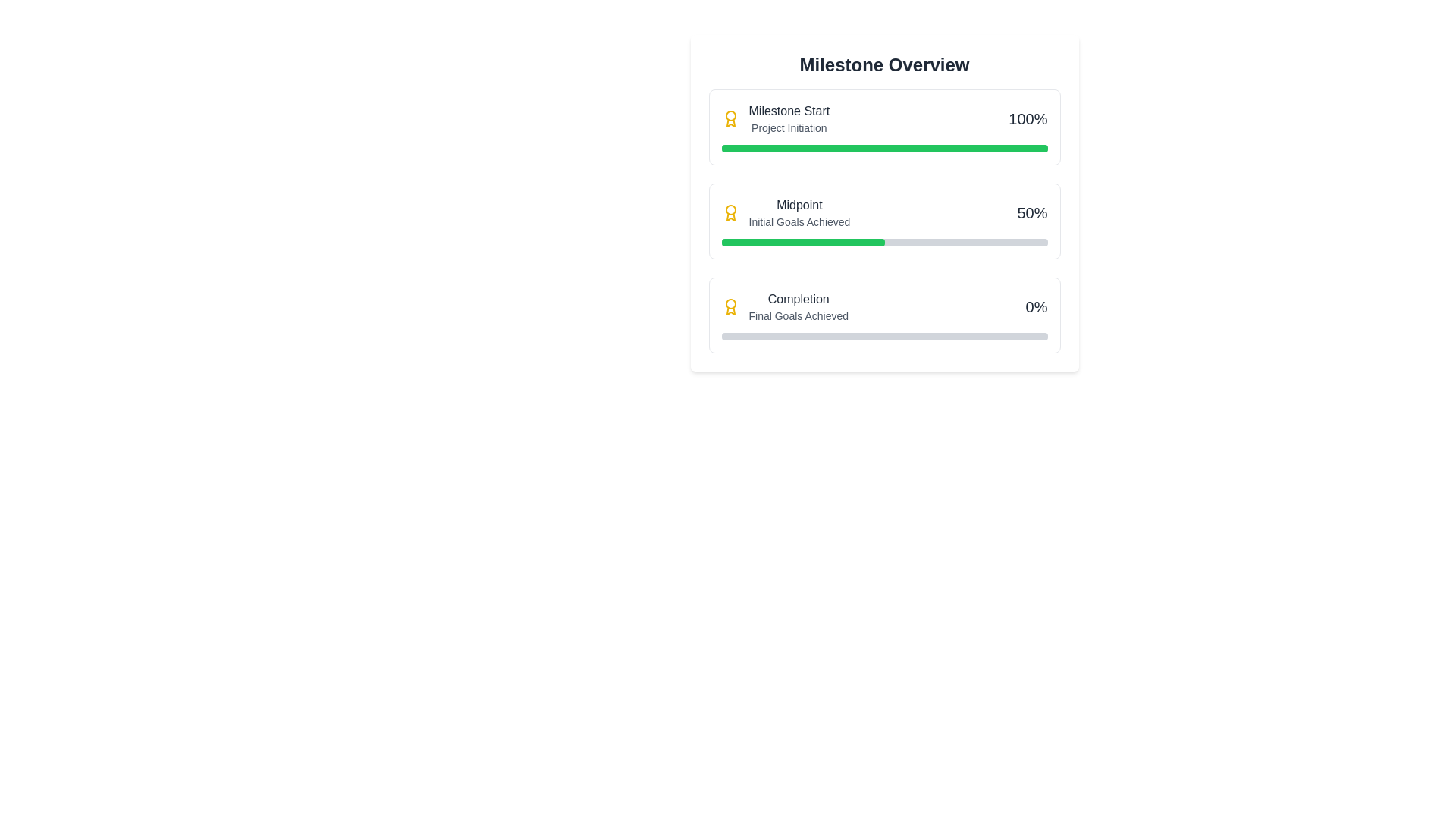 This screenshot has height=819, width=1456. What do you see at coordinates (802, 242) in the screenshot?
I see `the Progress indicator (filled bar) located in the 'Midpoint' milestone section, which visually represents halfway completion beneath the 'Midpoint' label` at bounding box center [802, 242].